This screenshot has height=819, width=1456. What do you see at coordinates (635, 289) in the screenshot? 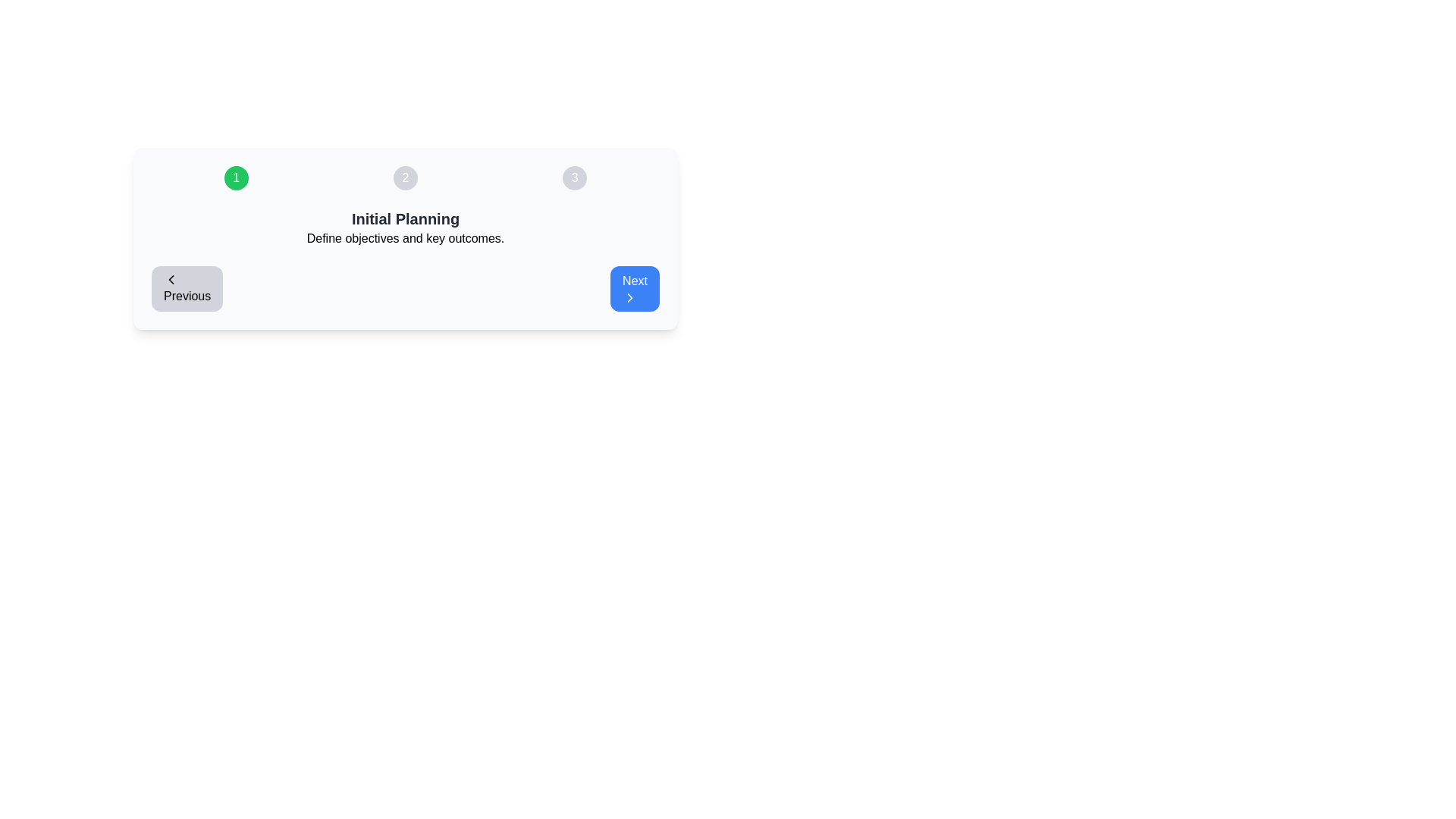
I see `the 'Next' button` at bounding box center [635, 289].